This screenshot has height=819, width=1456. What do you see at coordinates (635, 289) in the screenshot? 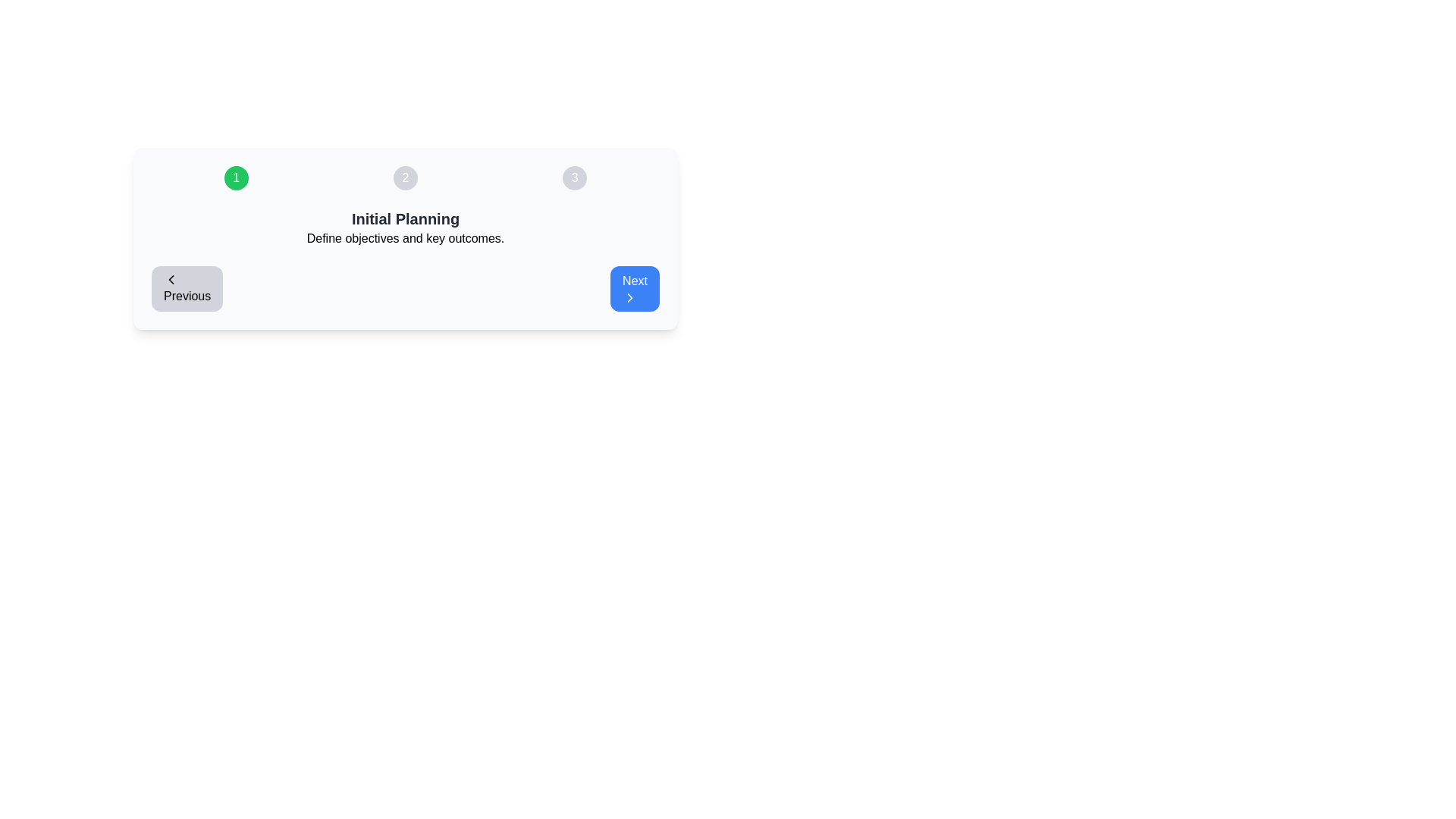
I see `the 'Next' button` at bounding box center [635, 289].